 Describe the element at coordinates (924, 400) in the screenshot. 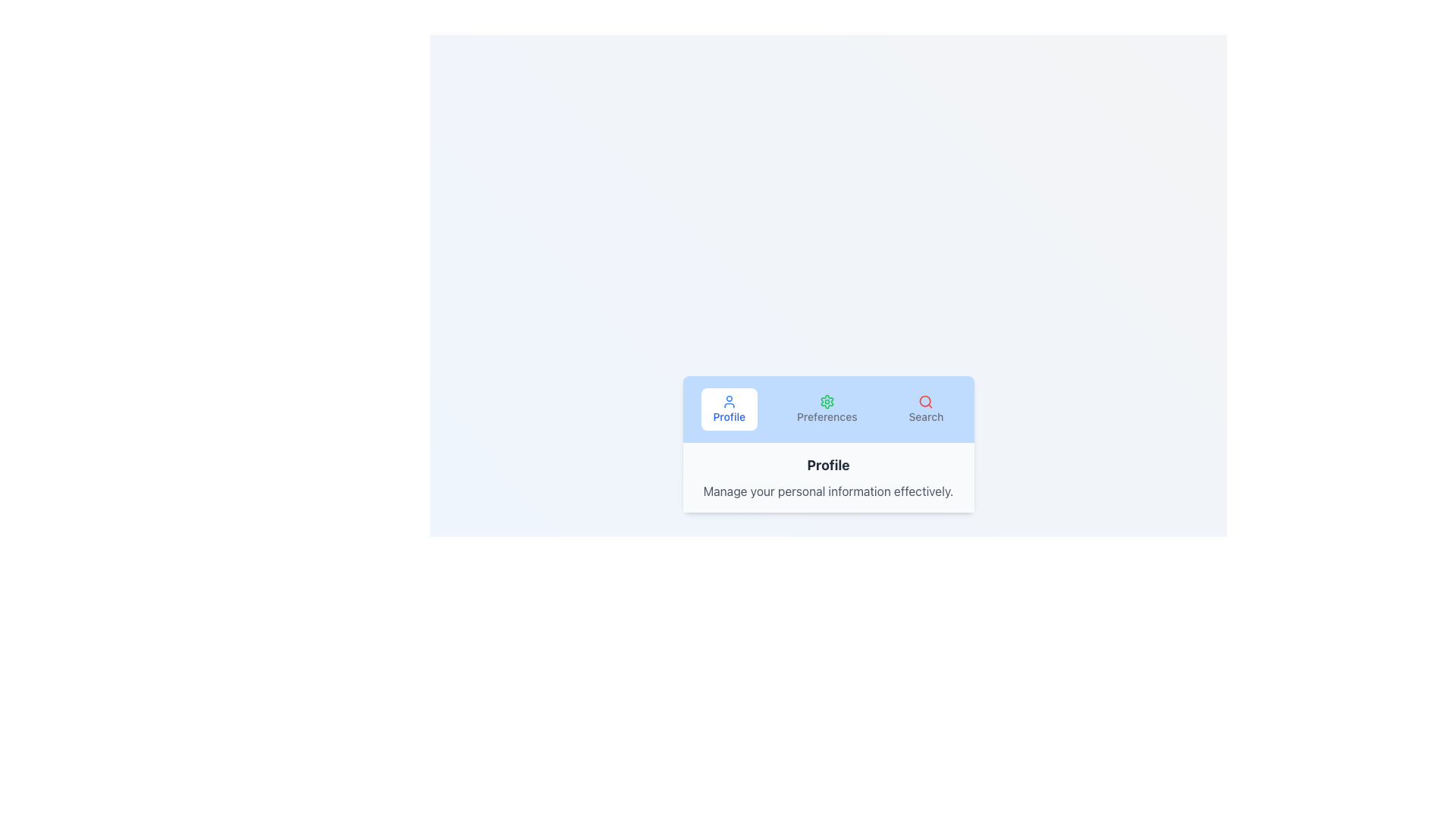

I see `the SVG circle graphic that is part of the 'search' icon located in the top-right corner of the card interface` at that location.